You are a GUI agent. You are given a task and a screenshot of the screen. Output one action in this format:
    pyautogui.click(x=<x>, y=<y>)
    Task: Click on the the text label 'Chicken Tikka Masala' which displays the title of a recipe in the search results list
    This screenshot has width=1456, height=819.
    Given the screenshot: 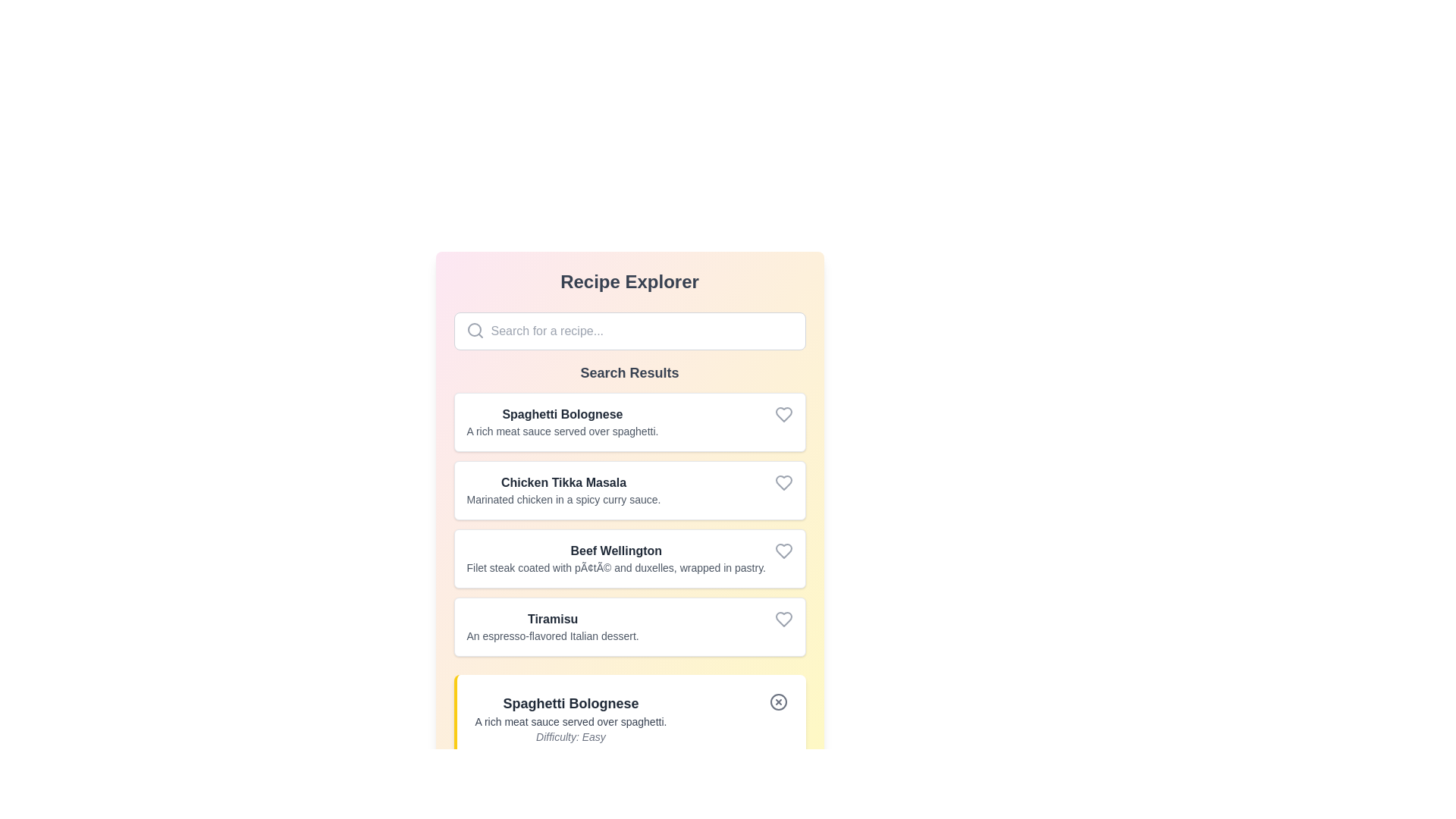 What is the action you would take?
    pyautogui.click(x=563, y=482)
    